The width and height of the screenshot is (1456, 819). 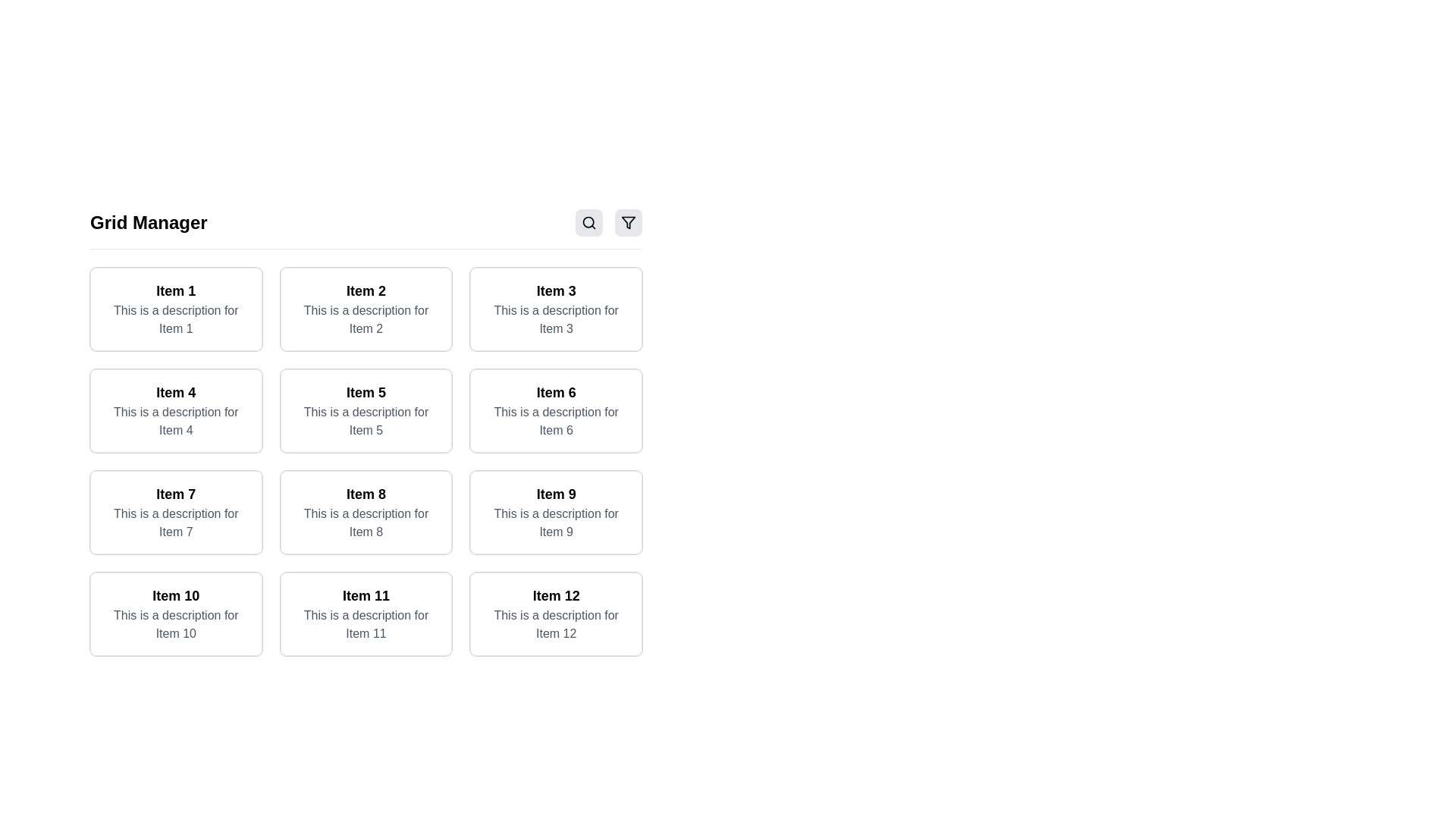 What do you see at coordinates (366, 494) in the screenshot?
I see `the text label displaying 'Item 8', which is styled with a larger font size and bold weight, located in the third row, second column of a 4x3 grid layout` at bounding box center [366, 494].